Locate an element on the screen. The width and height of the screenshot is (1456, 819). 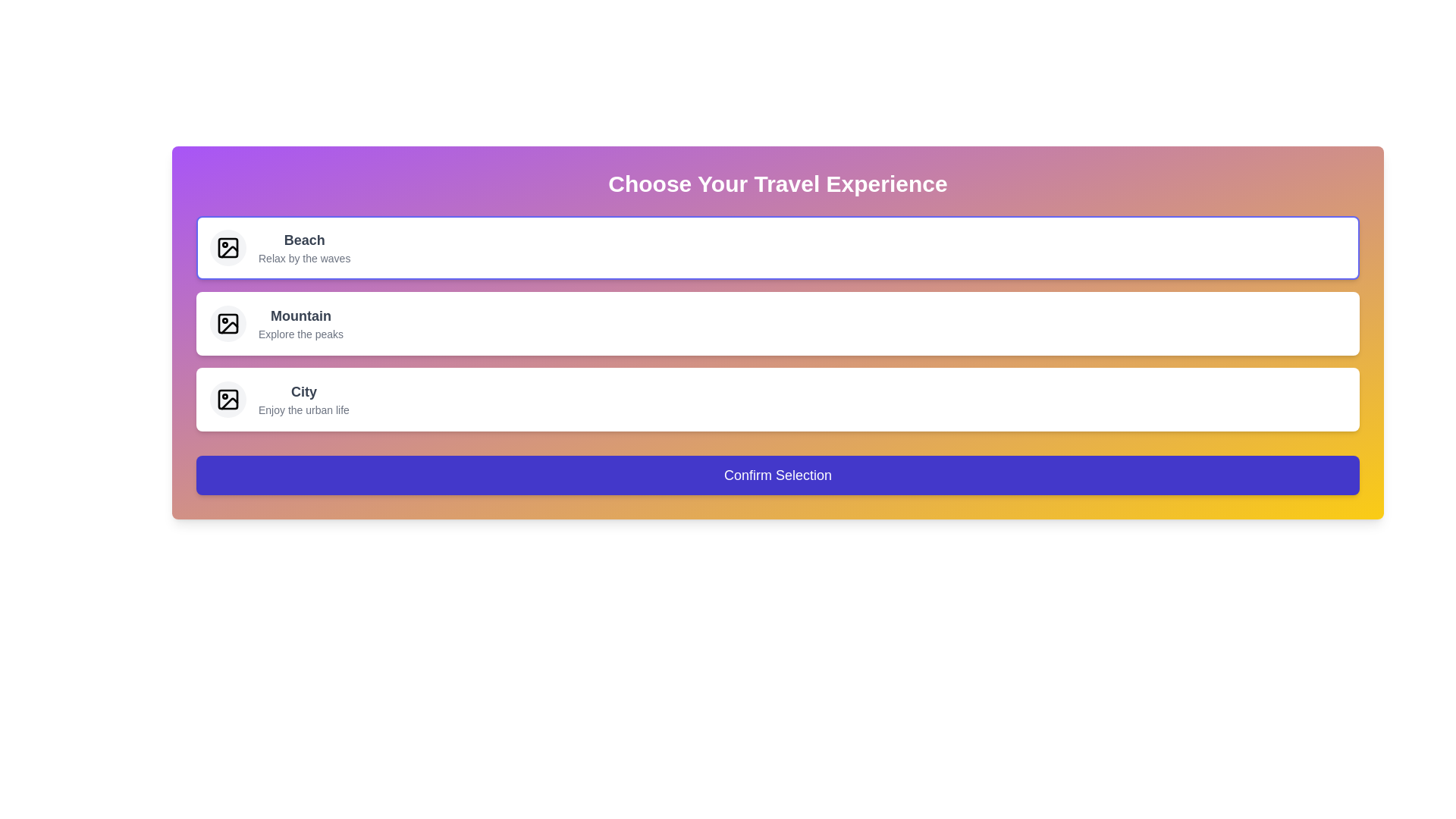
the 'Beach' text description element, which is part of the interactive selection process for travel experiences and located to the right of the circular icon is located at coordinates (303, 247).